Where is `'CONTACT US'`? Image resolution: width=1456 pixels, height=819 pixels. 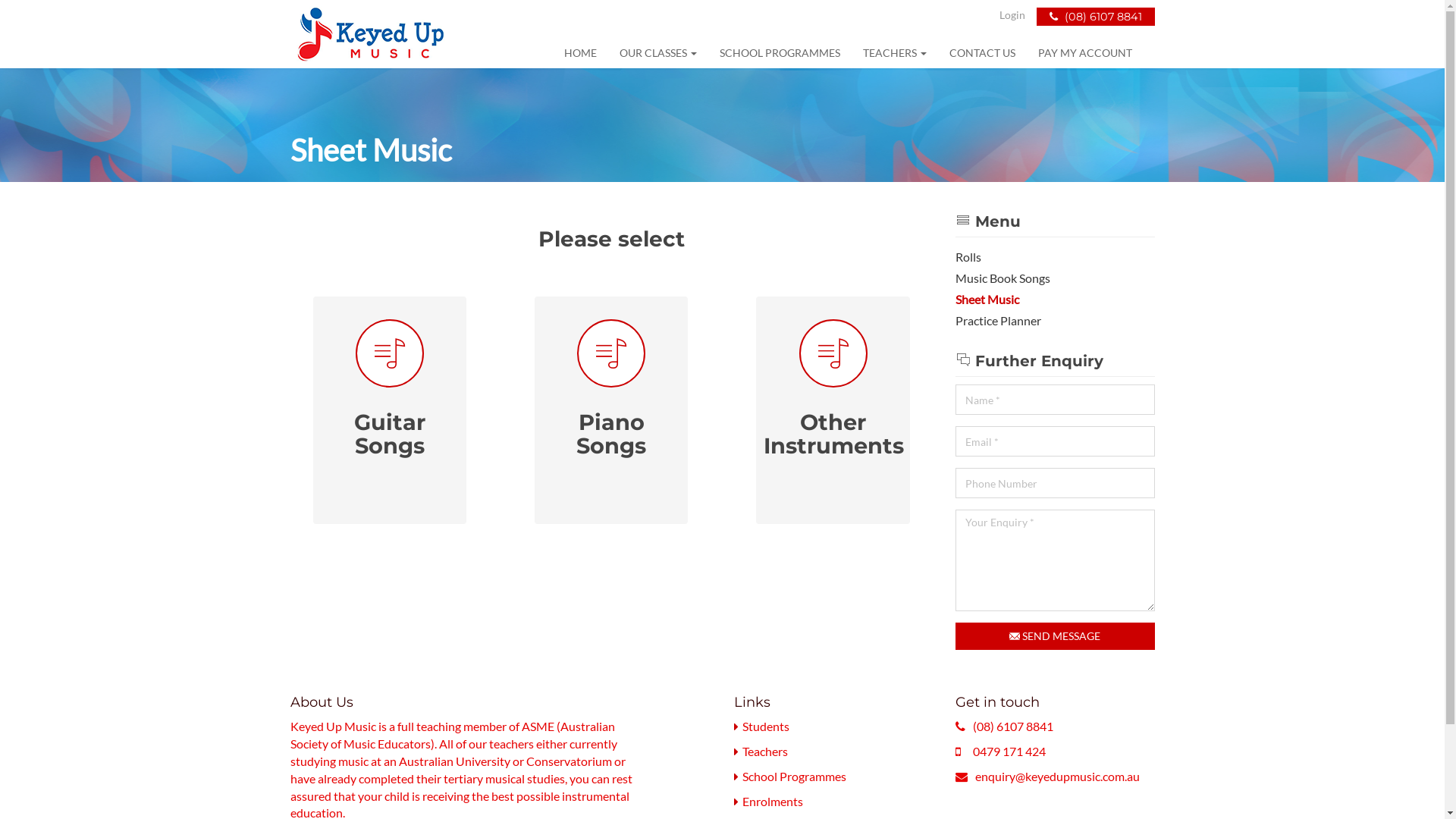 'CONTACT US' is located at coordinates (937, 52).